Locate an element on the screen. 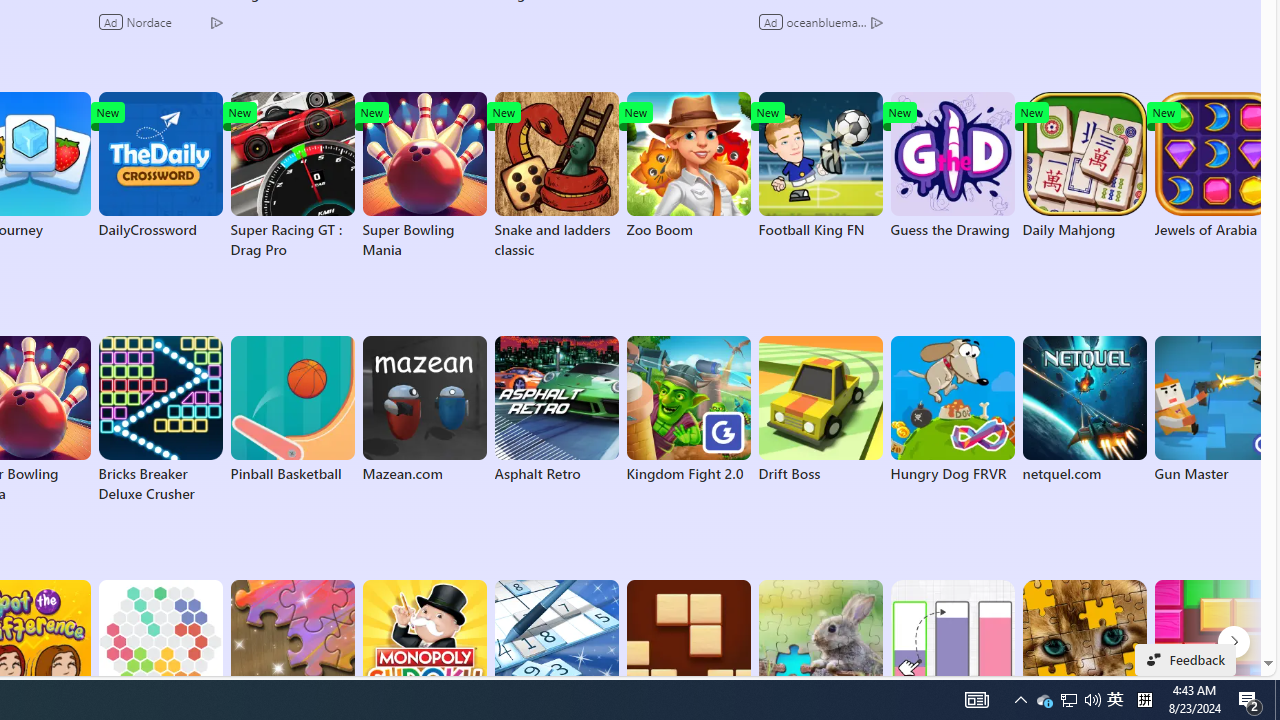 This screenshot has width=1280, height=720. 'Asphalt Retro' is located at coordinates (556, 409).